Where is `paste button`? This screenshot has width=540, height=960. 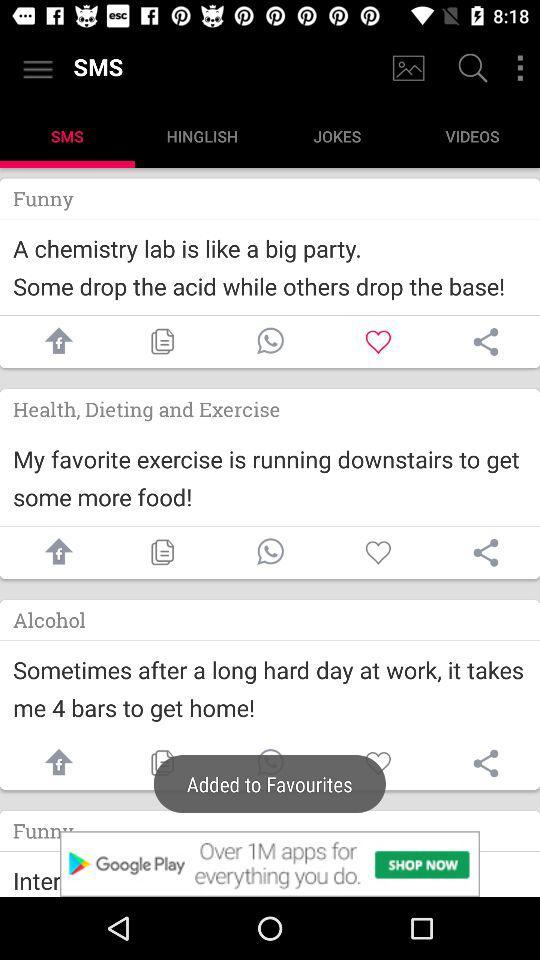
paste button is located at coordinates (161, 552).